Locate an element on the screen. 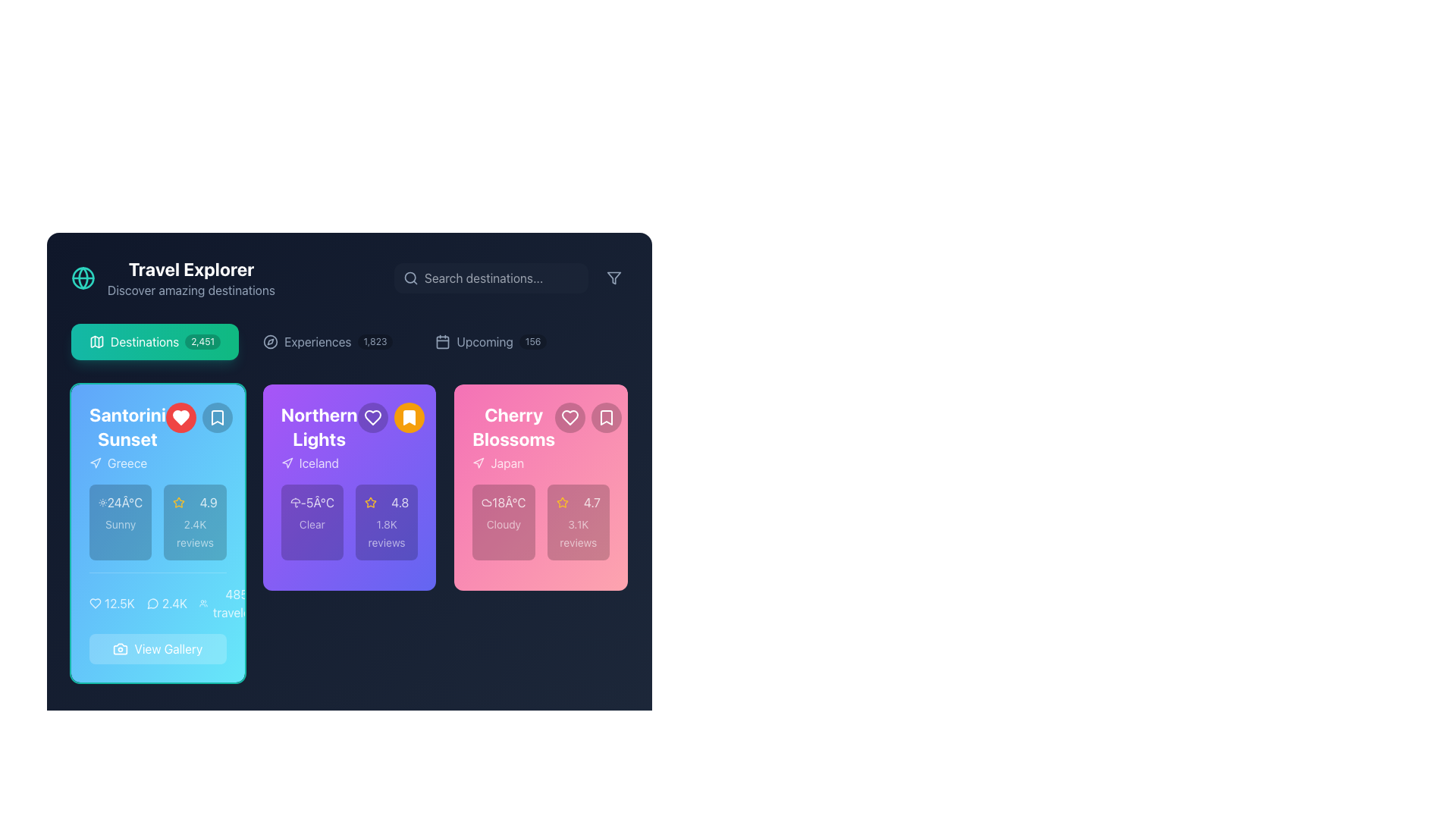  the text label displaying 'Upcoming' located in the navigation bar near the top of the interface, positioned between a calendar icon and a numeric badge showing '156' is located at coordinates (484, 342).